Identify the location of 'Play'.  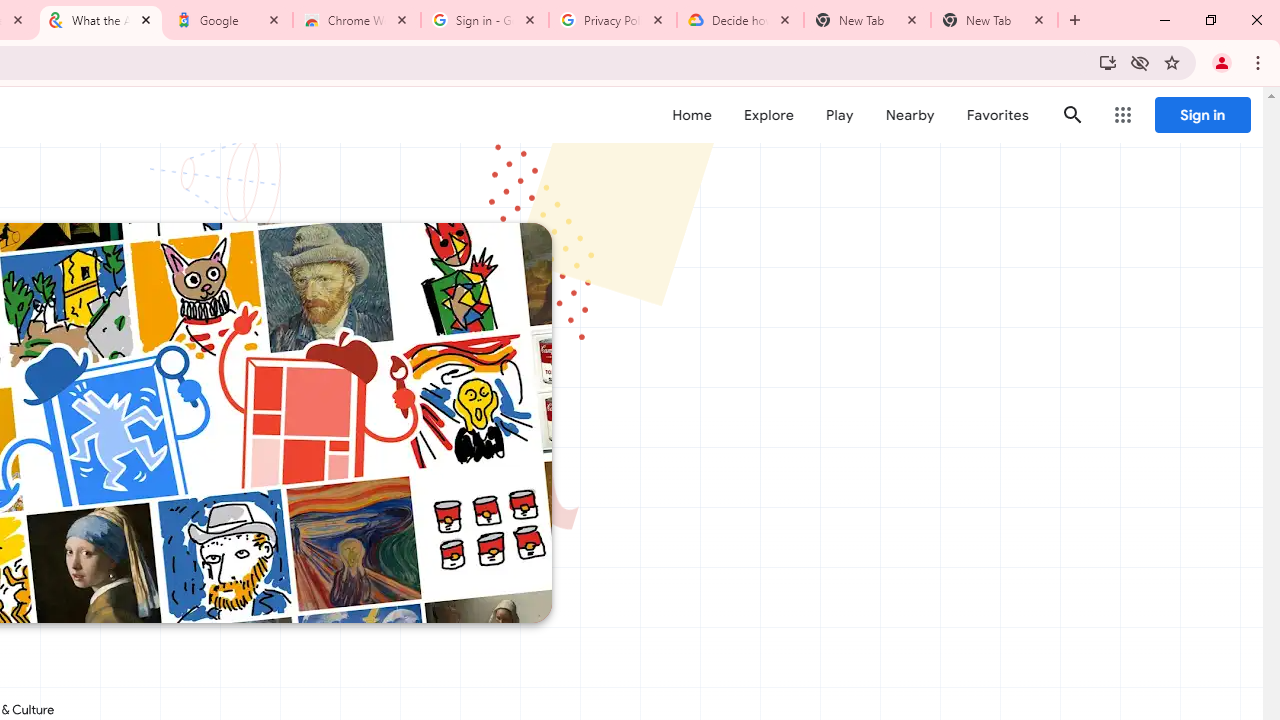
(840, 115).